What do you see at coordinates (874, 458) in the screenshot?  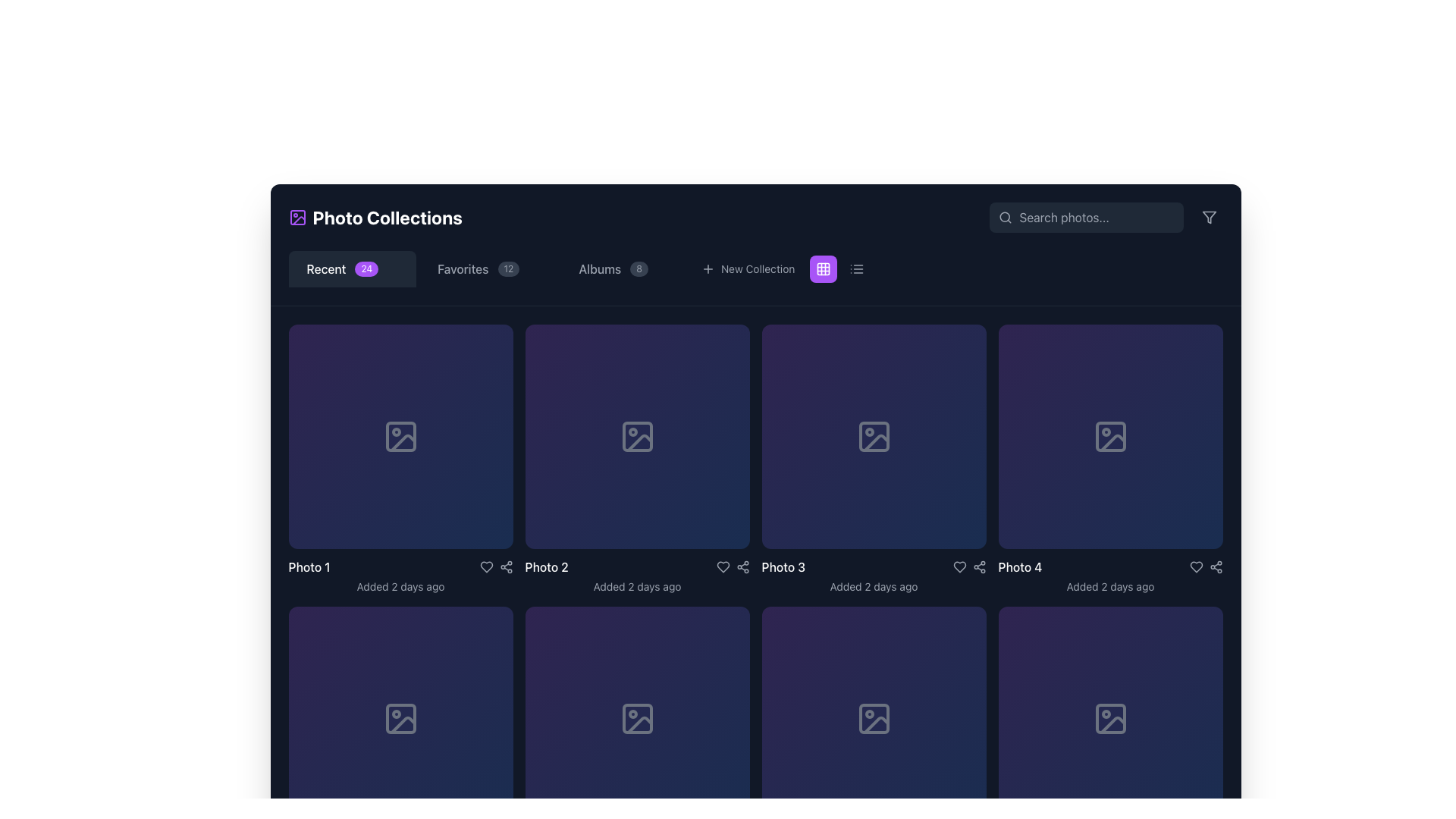 I see `the interactive photo tile labeled 'Photo 3', which features a gradient background and a picture icon` at bounding box center [874, 458].